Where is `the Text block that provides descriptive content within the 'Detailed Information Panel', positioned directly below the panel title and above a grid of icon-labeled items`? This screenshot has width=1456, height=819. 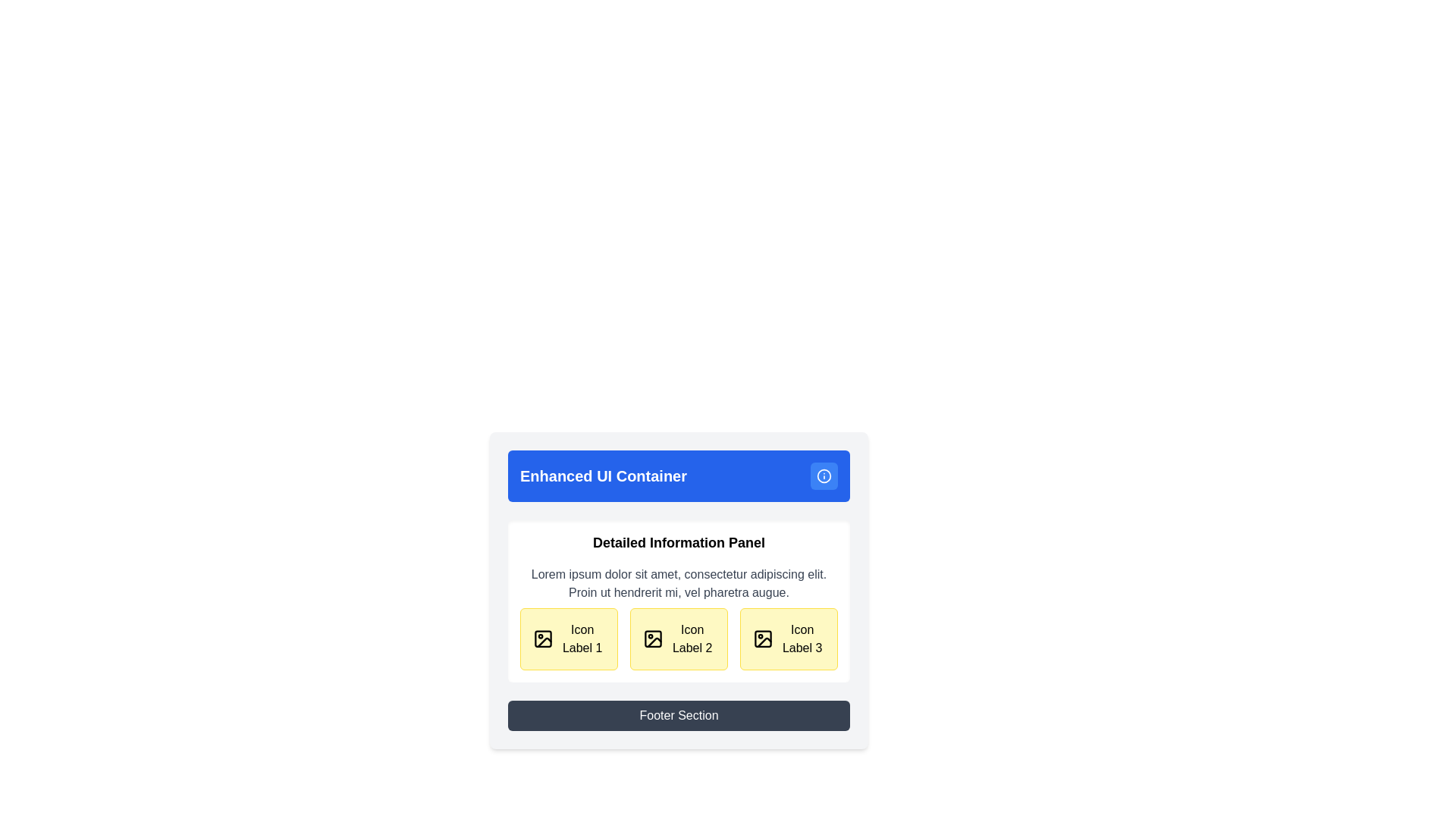 the Text block that provides descriptive content within the 'Detailed Information Panel', positioned directly below the panel title and above a grid of icon-labeled items is located at coordinates (678, 583).